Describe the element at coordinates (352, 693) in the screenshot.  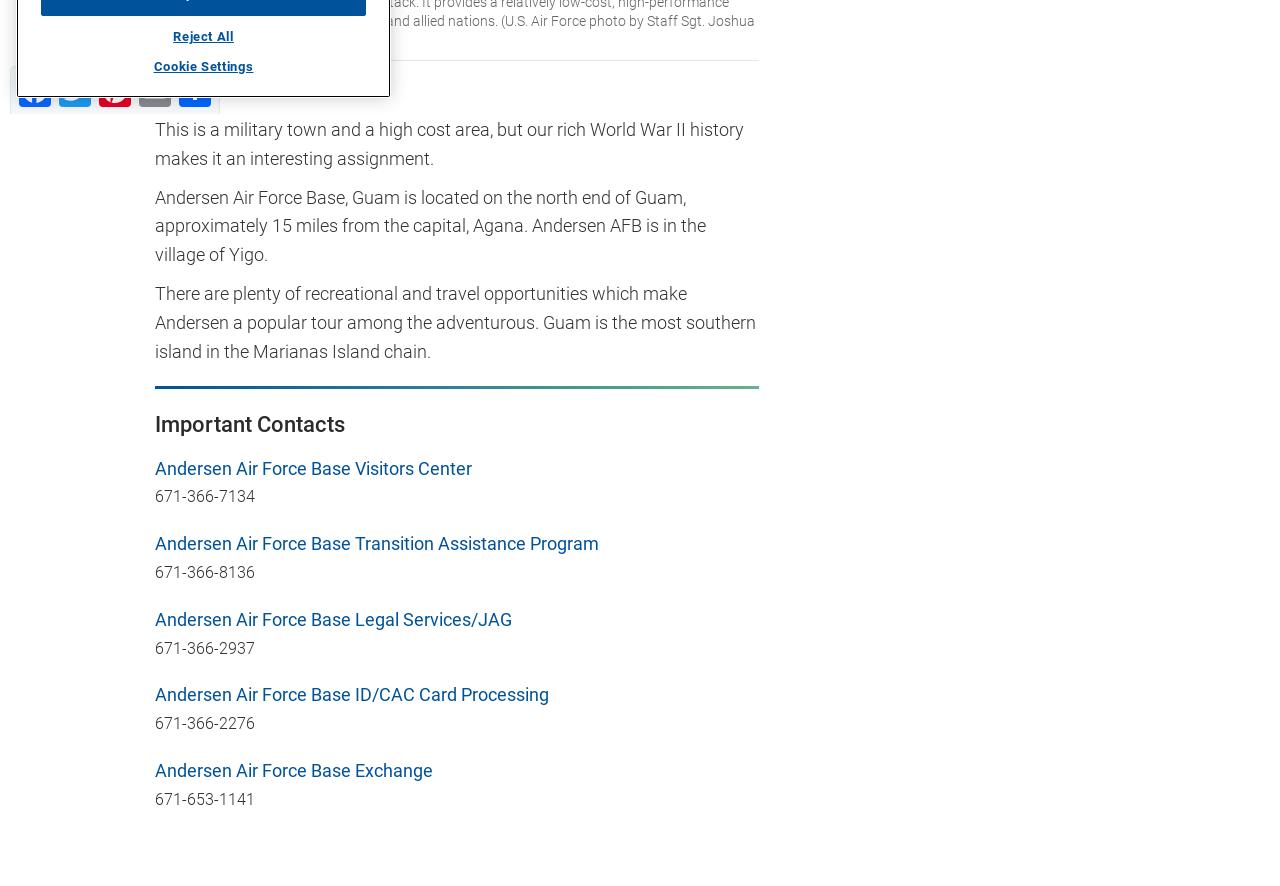
I see `'Andersen Air Force Base ID/CAC Card Processing'` at that location.